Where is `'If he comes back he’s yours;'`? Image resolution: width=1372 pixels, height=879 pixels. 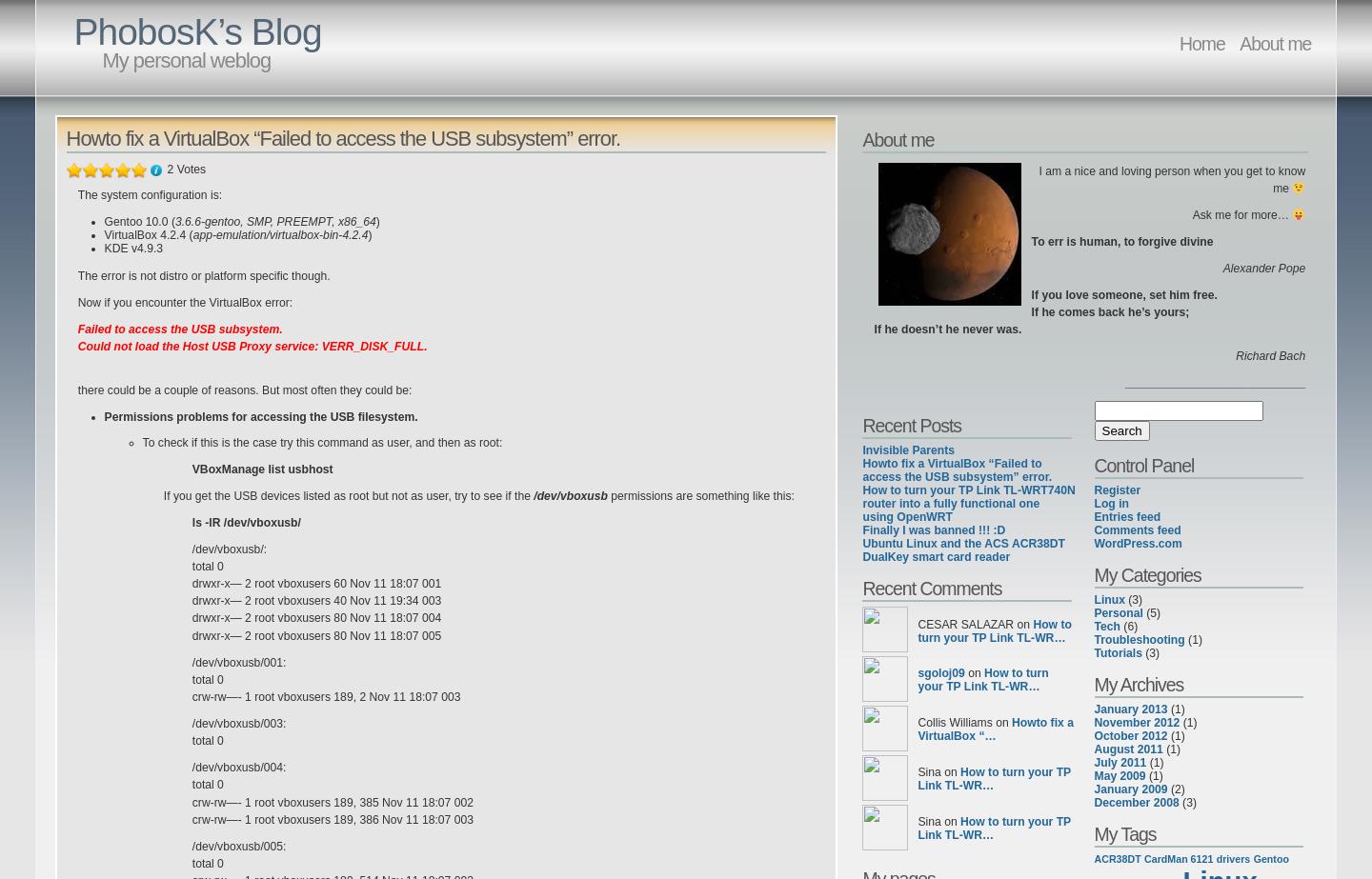 'If he comes back he’s yours;' is located at coordinates (1109, 312).